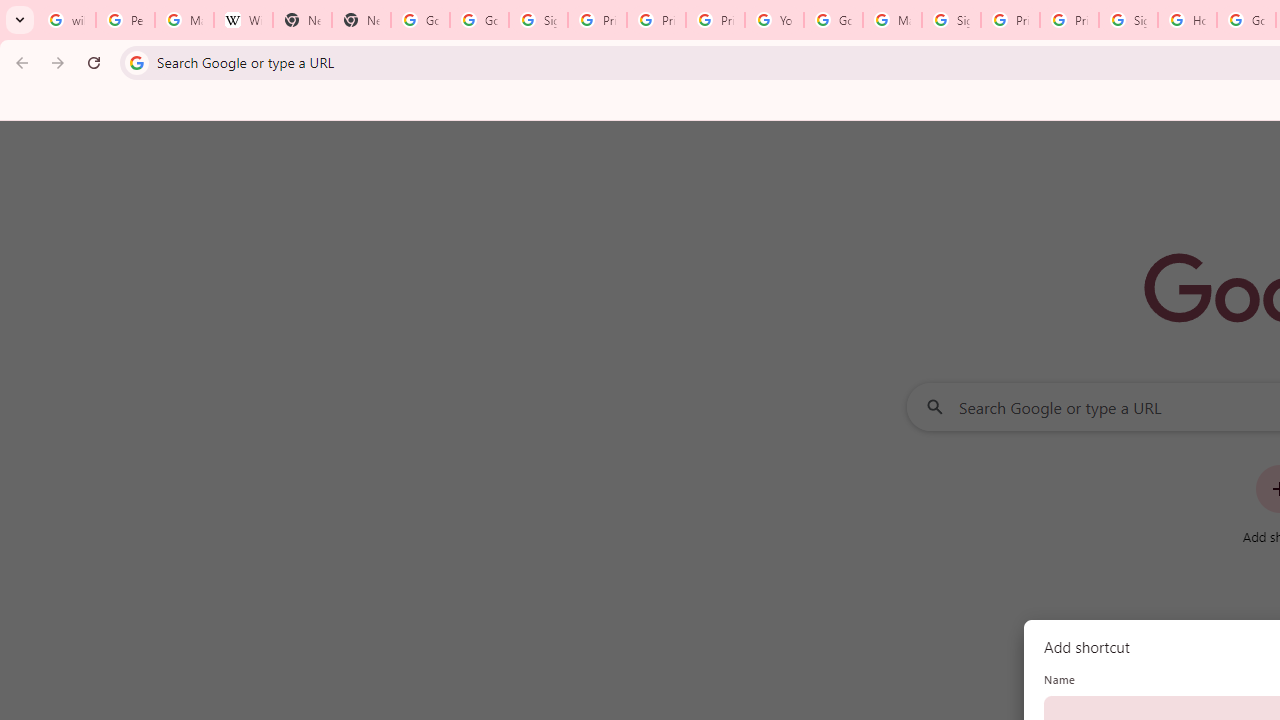  Describe the element at coordinates (184, 20) in the screenshot. I see `'Manage your Location History - Google Search Help'` at that location.